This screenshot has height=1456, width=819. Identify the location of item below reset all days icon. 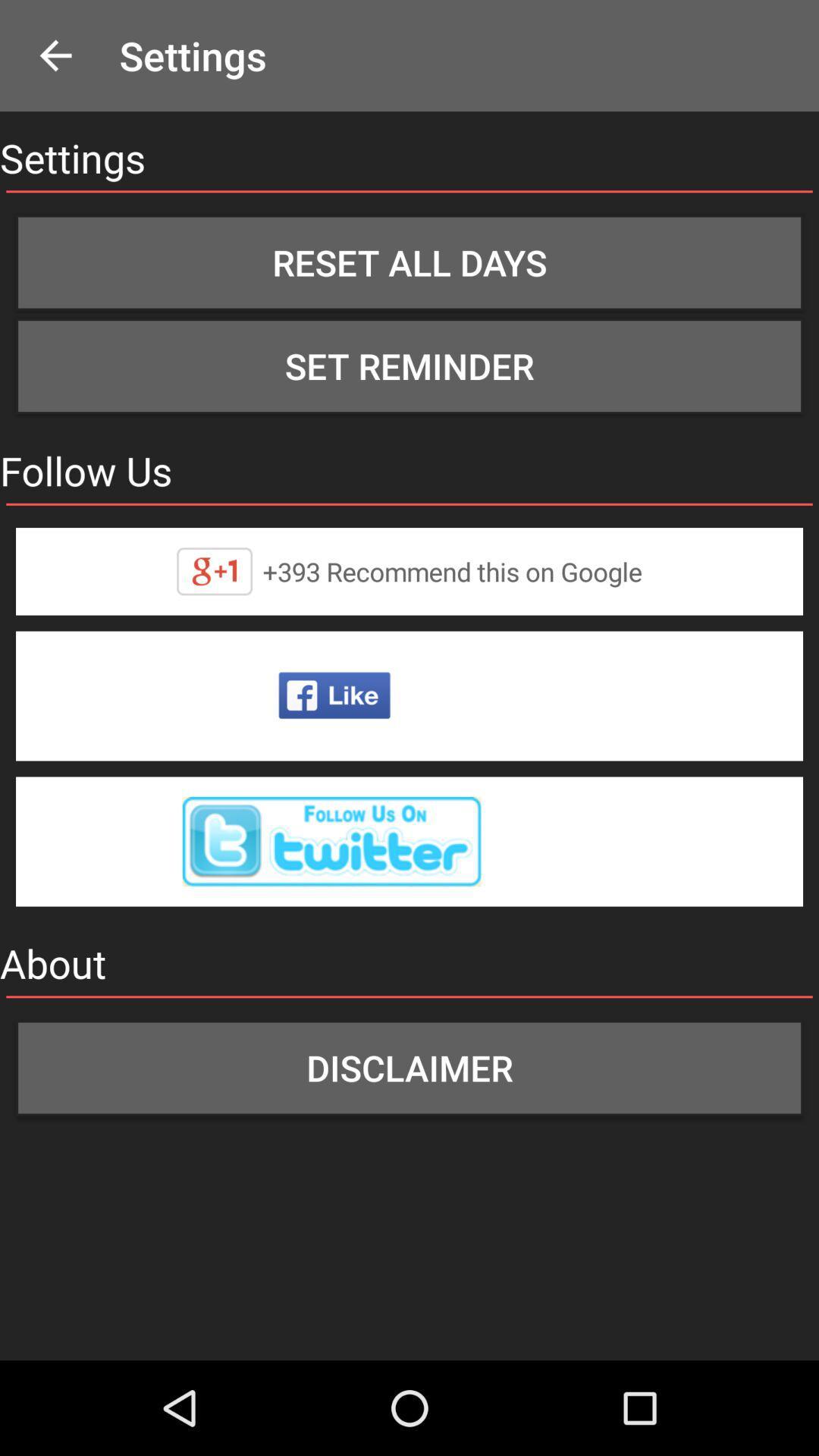
(409, 366).